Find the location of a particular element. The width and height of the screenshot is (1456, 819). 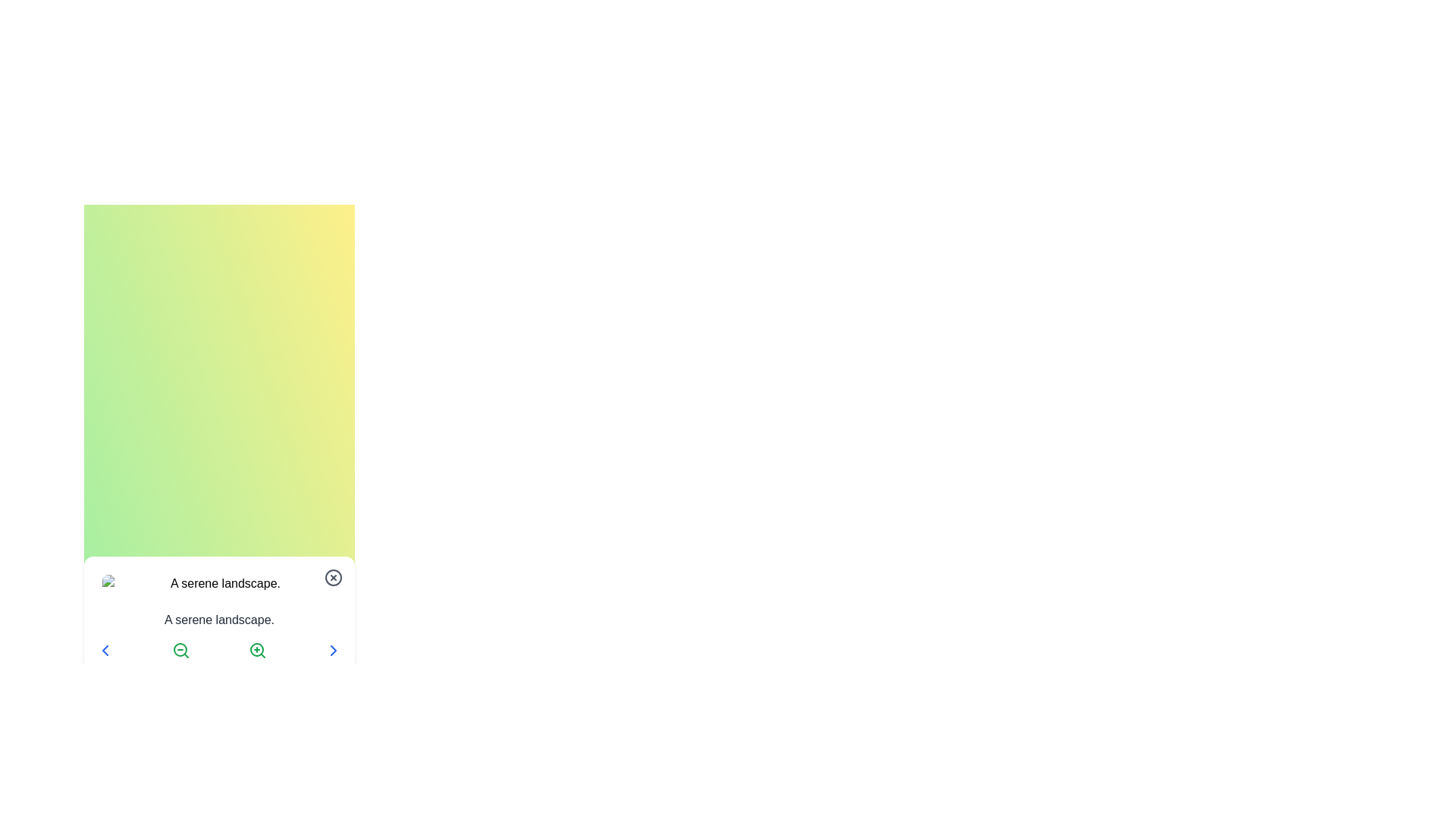

the circular green magnifying glass icon with a minus symbol, located in the bottom control panel as the second icon from the left is located at coordinates (181, 649).